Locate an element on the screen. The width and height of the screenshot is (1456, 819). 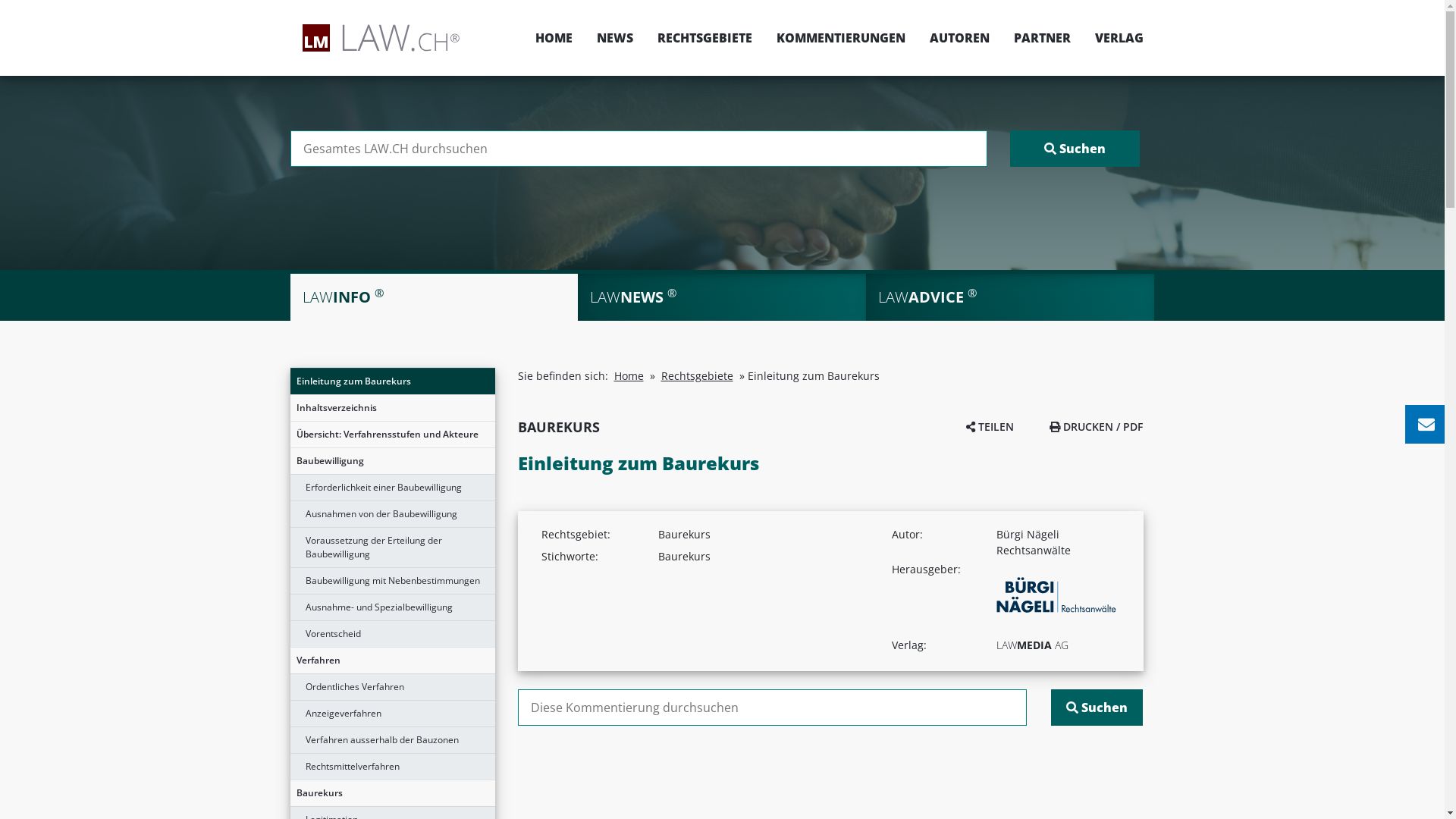
'KOMMENTIERUNGEN' is located at coordinates (839, 37).